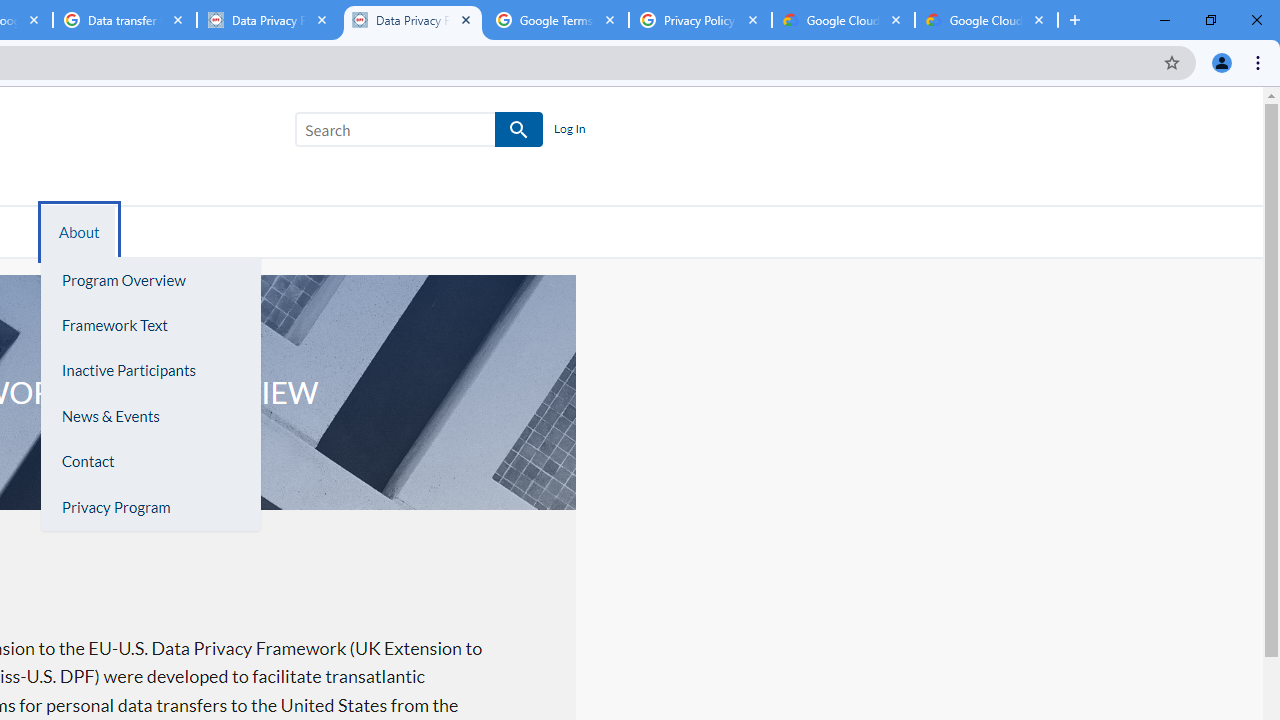 The width and height of the screenshot is (1280, 720). Describe the element at coordinates (149, 462) in the screenshot. I see `'Contact'` at that location.